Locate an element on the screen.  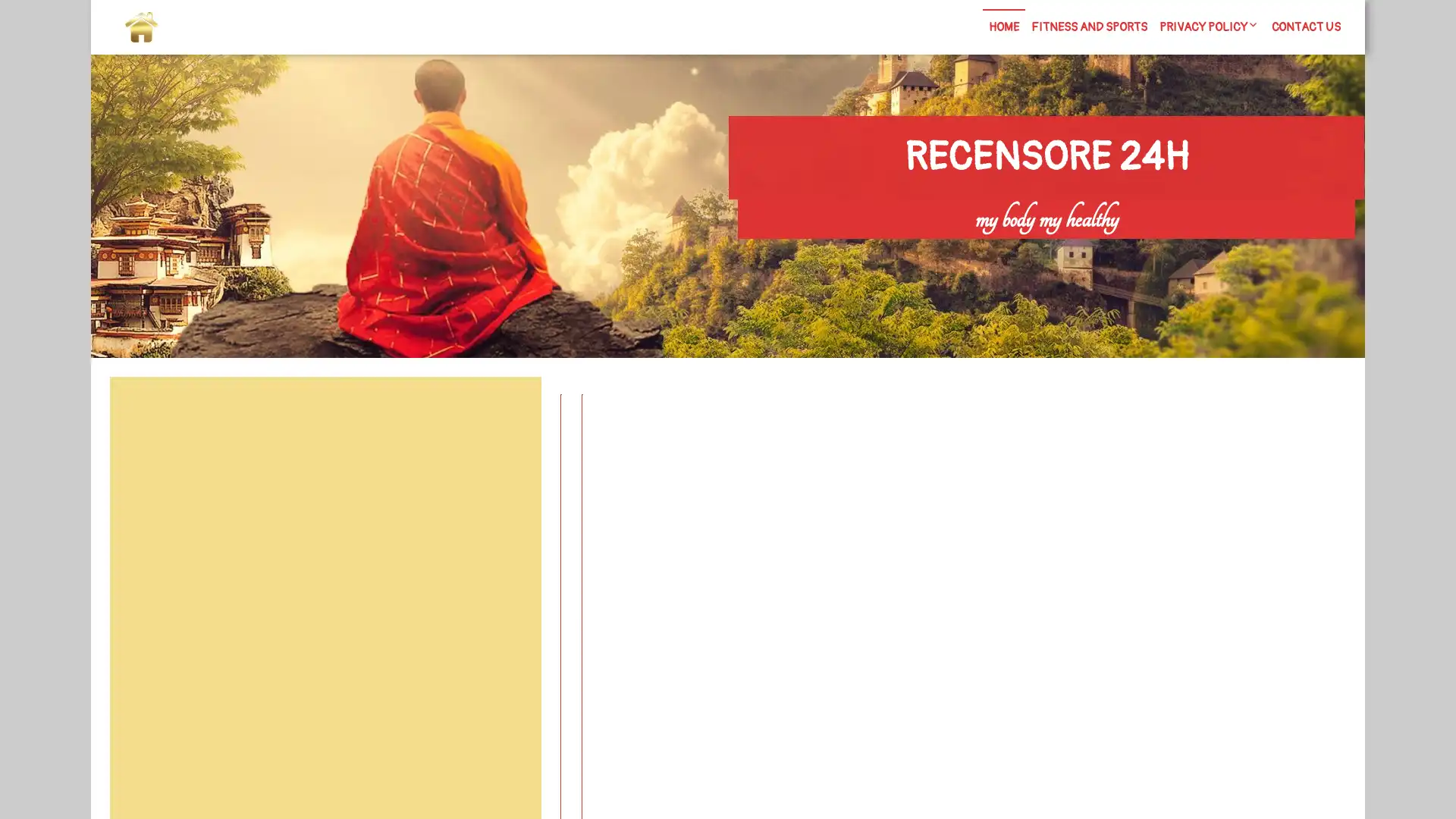
Search is located at coordinates (506, 413).